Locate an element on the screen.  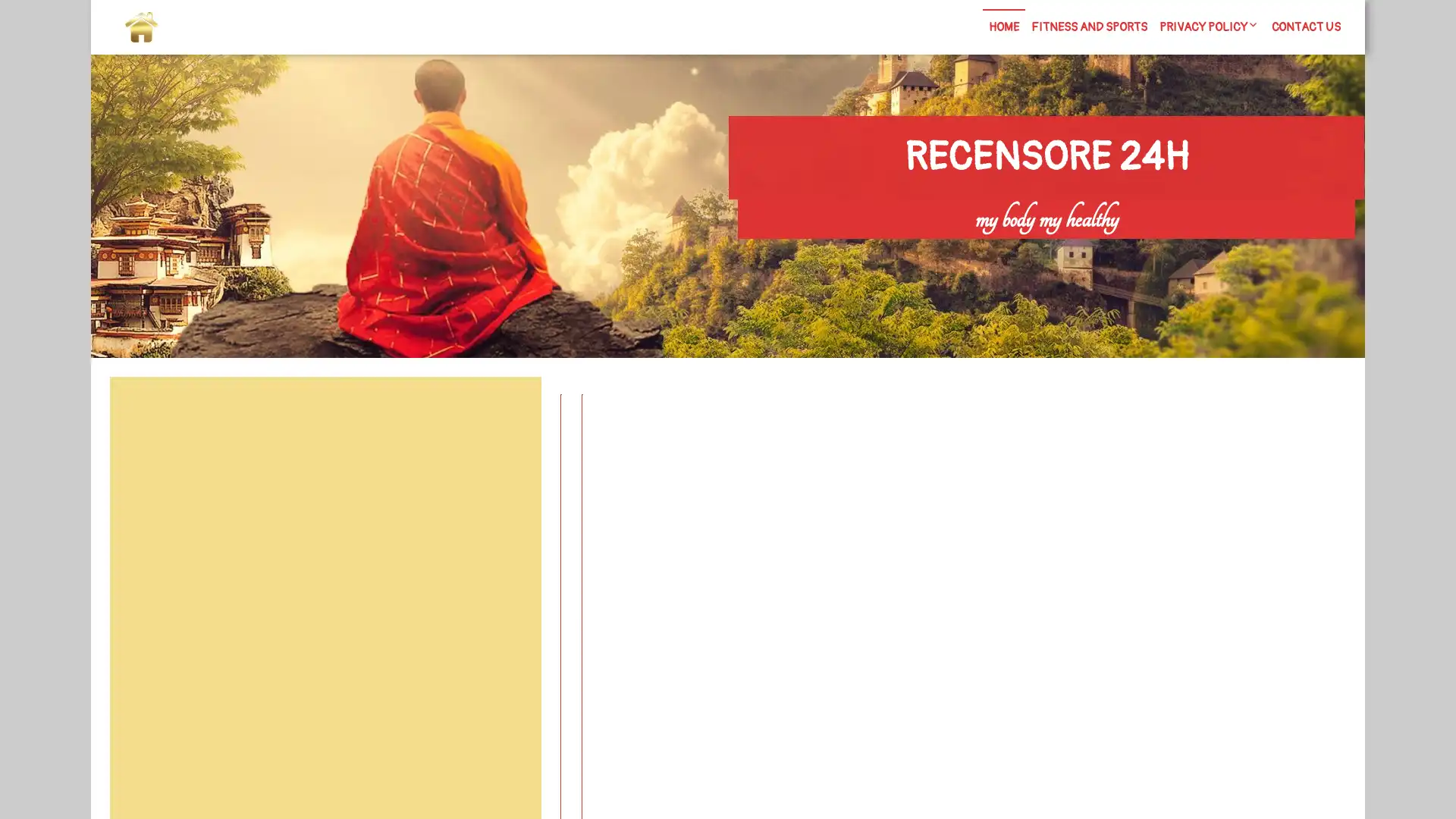
Search is located at coordinates (506, 413).